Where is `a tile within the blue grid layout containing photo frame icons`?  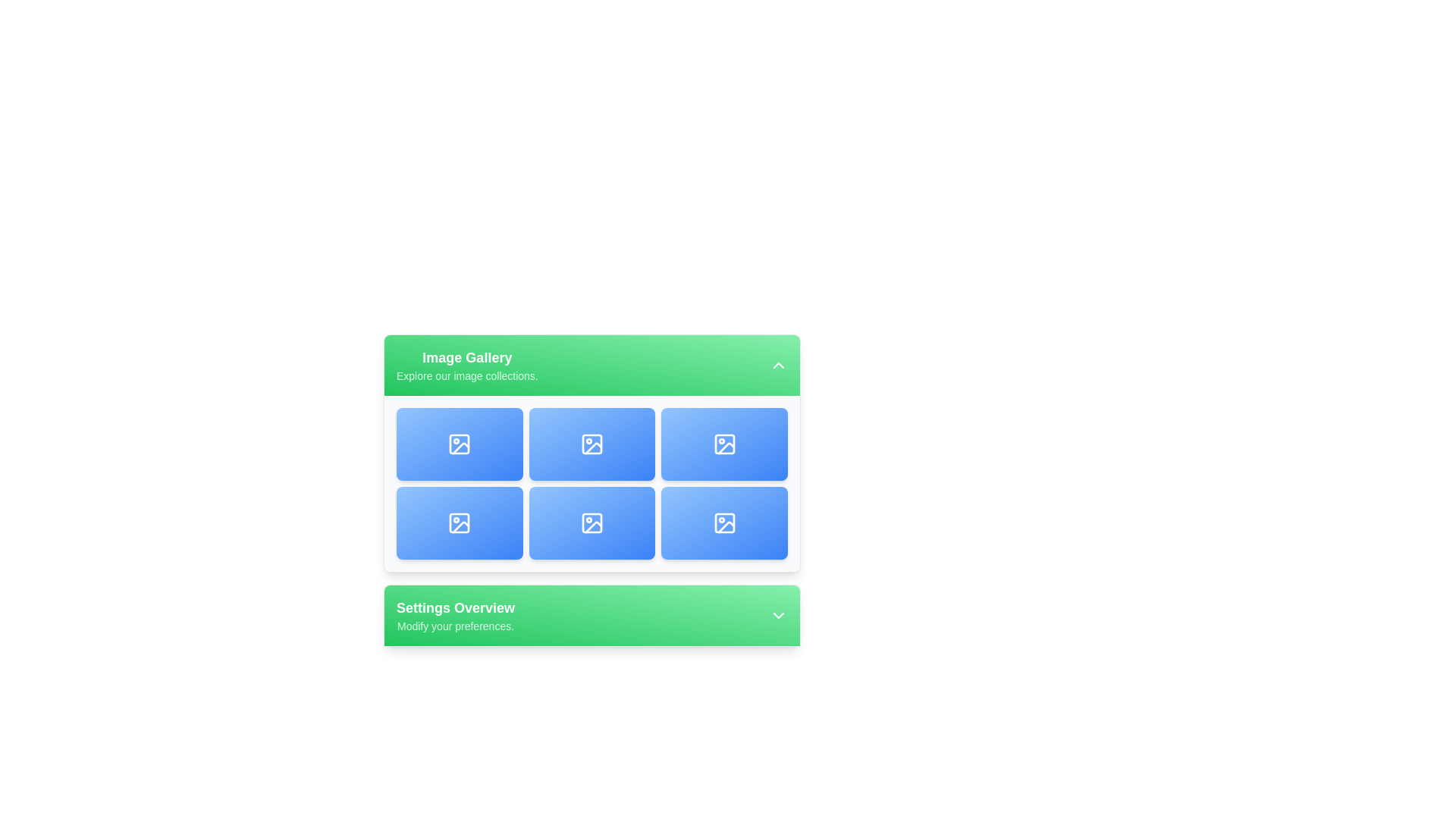
a tile within the blue grid layout containing photo frame icons is located at coordinates (591, 491).